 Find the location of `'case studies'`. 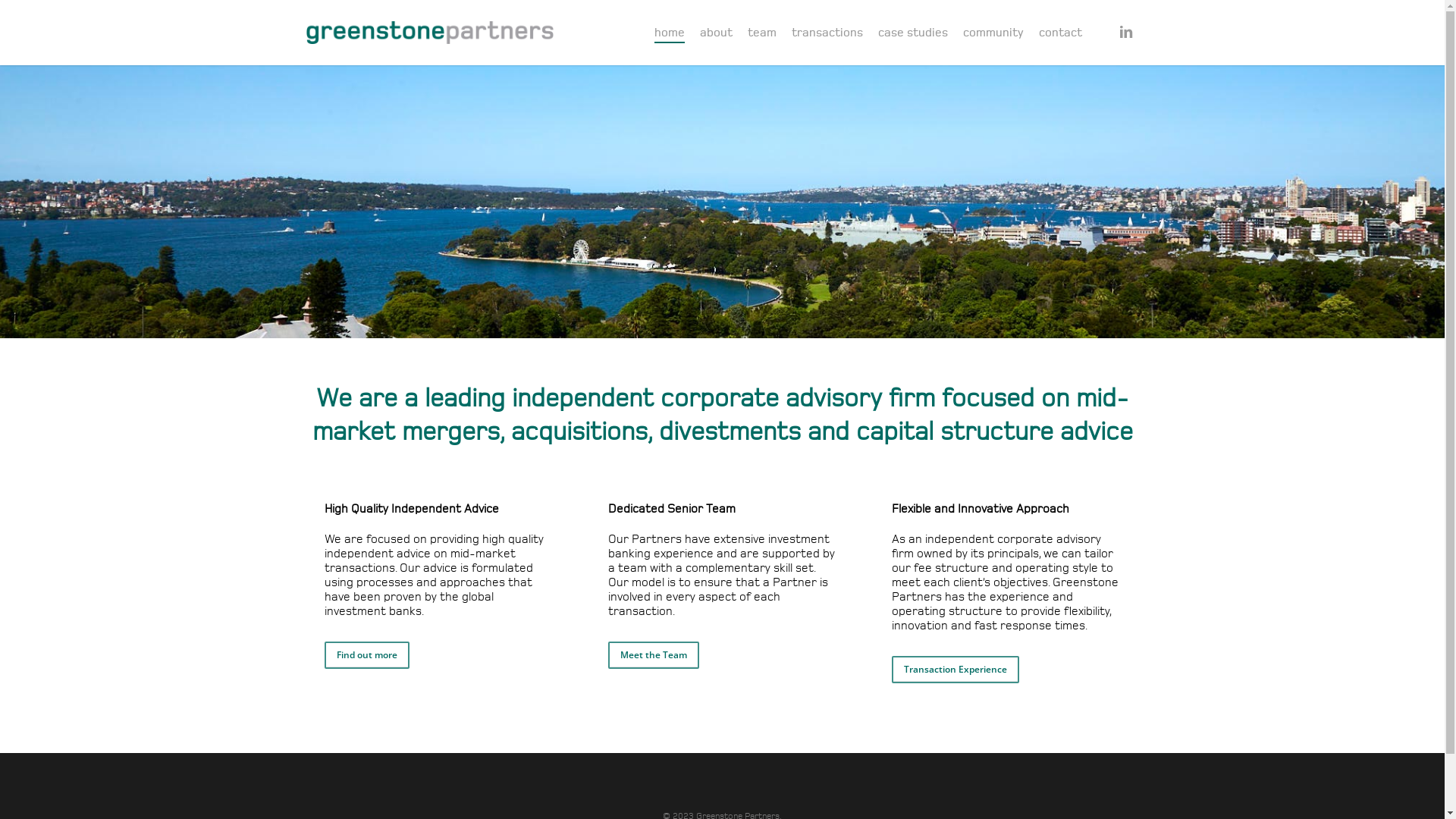

'case studies' is located at coordinates (877, 32).